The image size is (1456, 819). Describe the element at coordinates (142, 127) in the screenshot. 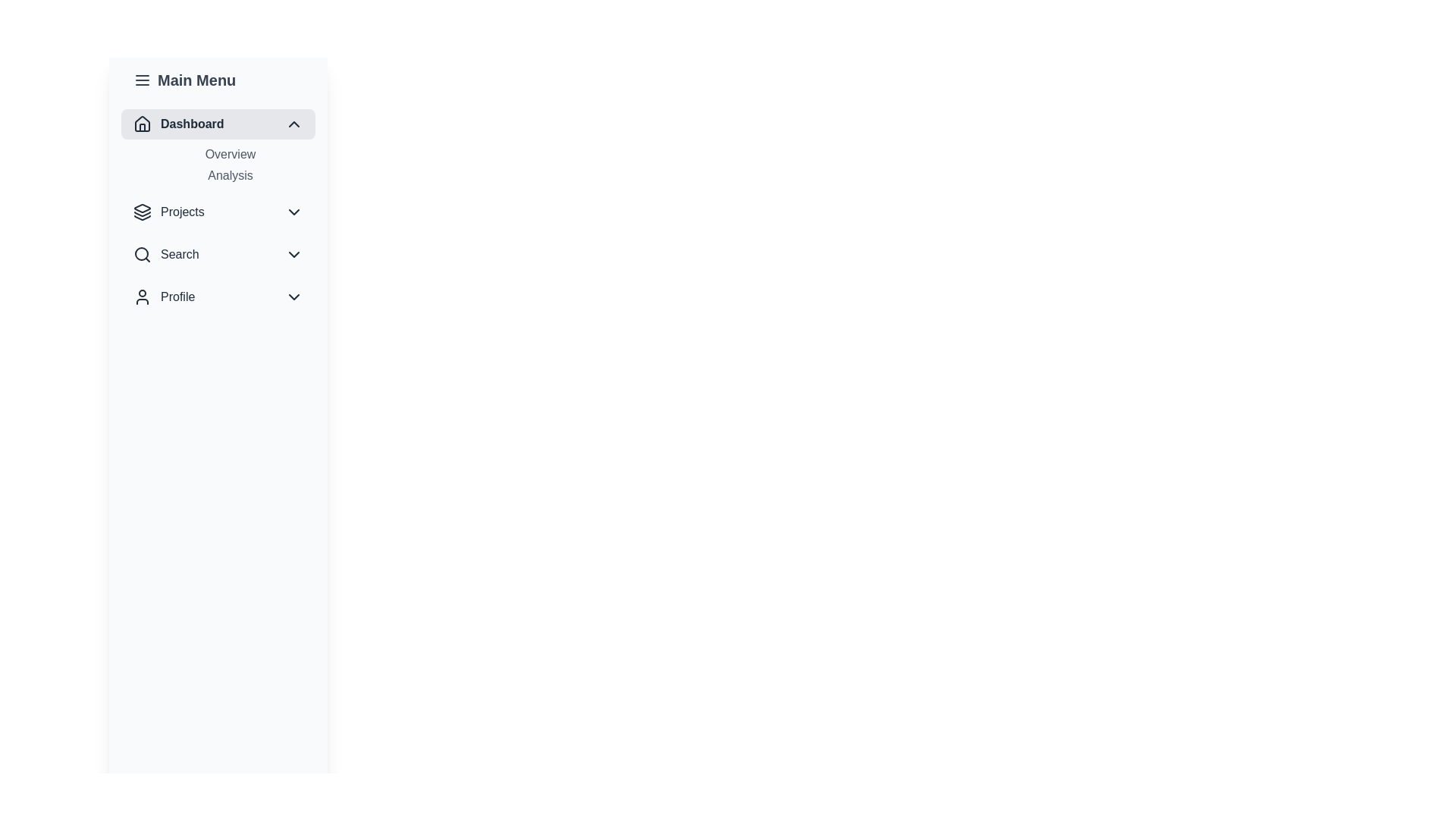

I see `the small rectangular graphical shape located within the house icon, which is part of the sidebar navigation next to the 'Dashboard' label` at that location.